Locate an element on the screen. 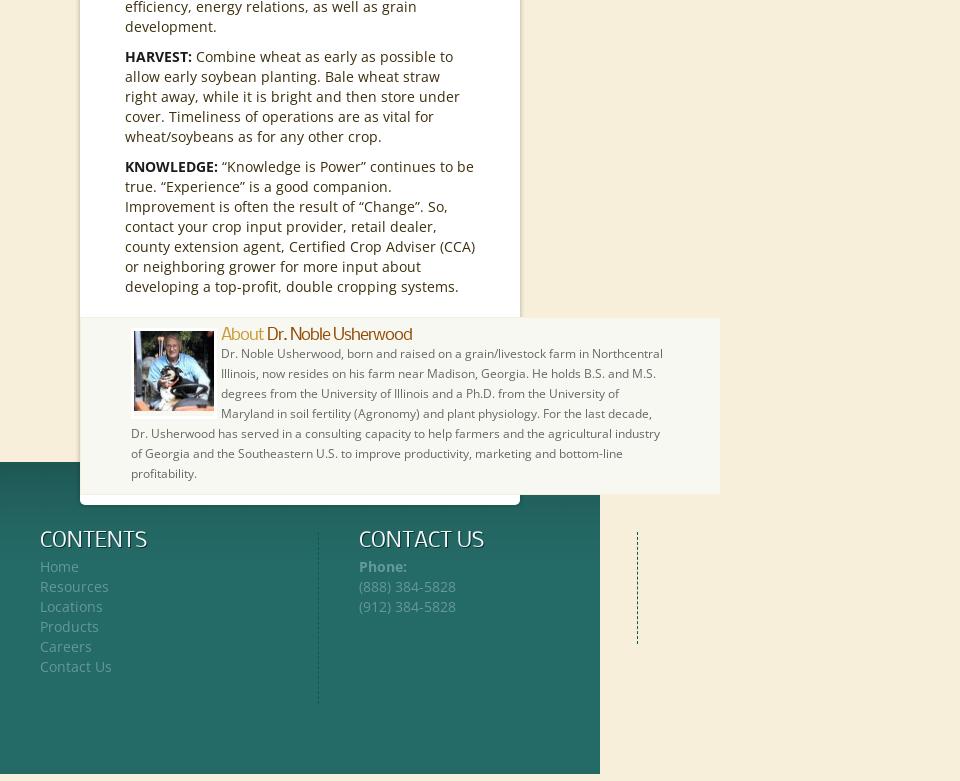  '“Knowledge is Power” continues to be true. “Experience” is a good companion. Improvement is often the result of “Change”. So, contact your crop input provider, retail dealer, county extension agent, Certified Crop Adviser (CCA) or neighboring grower for more input about developing a top-profit, double cropping systems.' is located at coordinates (299, 225).